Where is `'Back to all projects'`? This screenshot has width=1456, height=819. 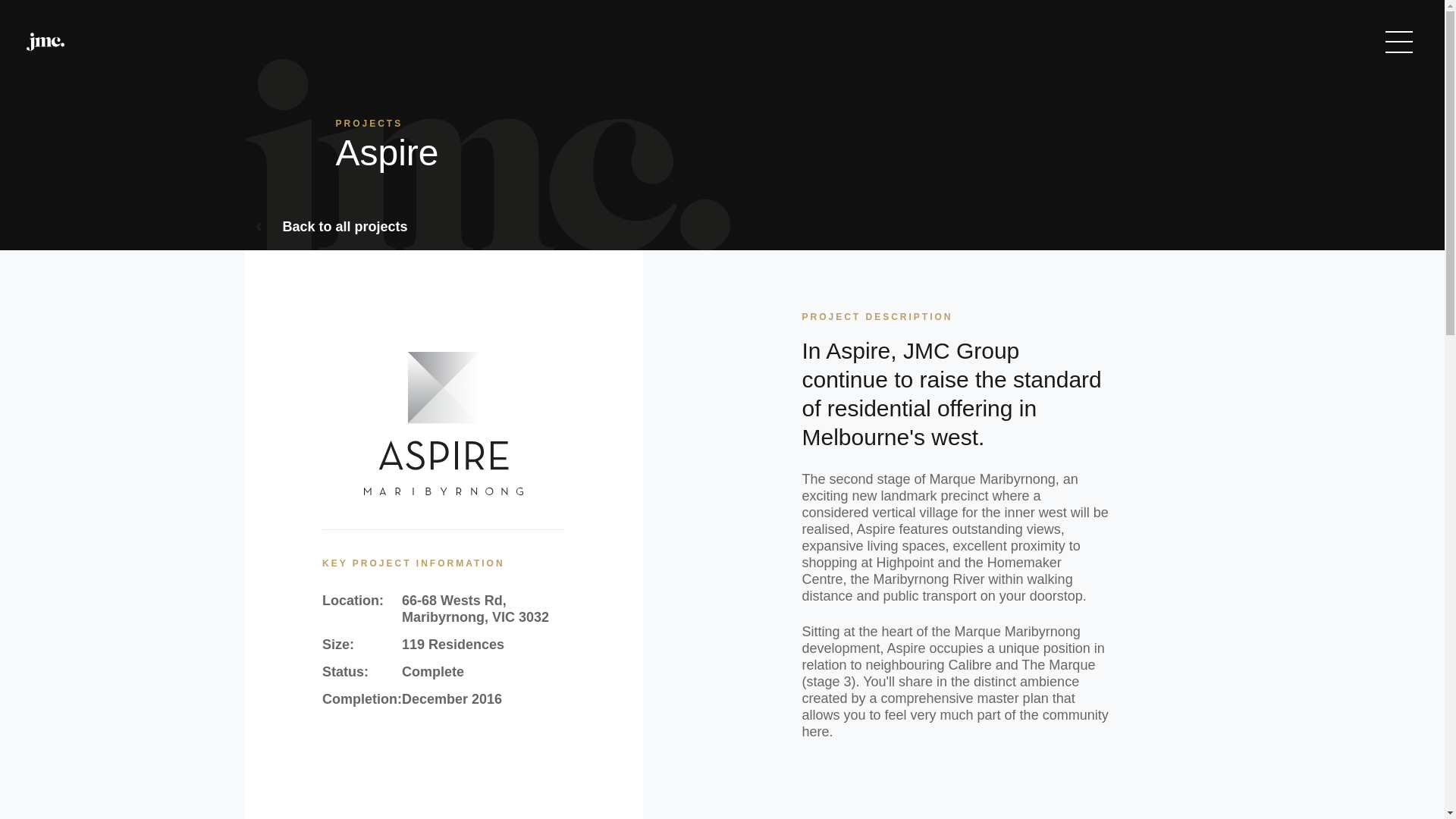
'Back to all projects' is located at coordinates (256, 227).